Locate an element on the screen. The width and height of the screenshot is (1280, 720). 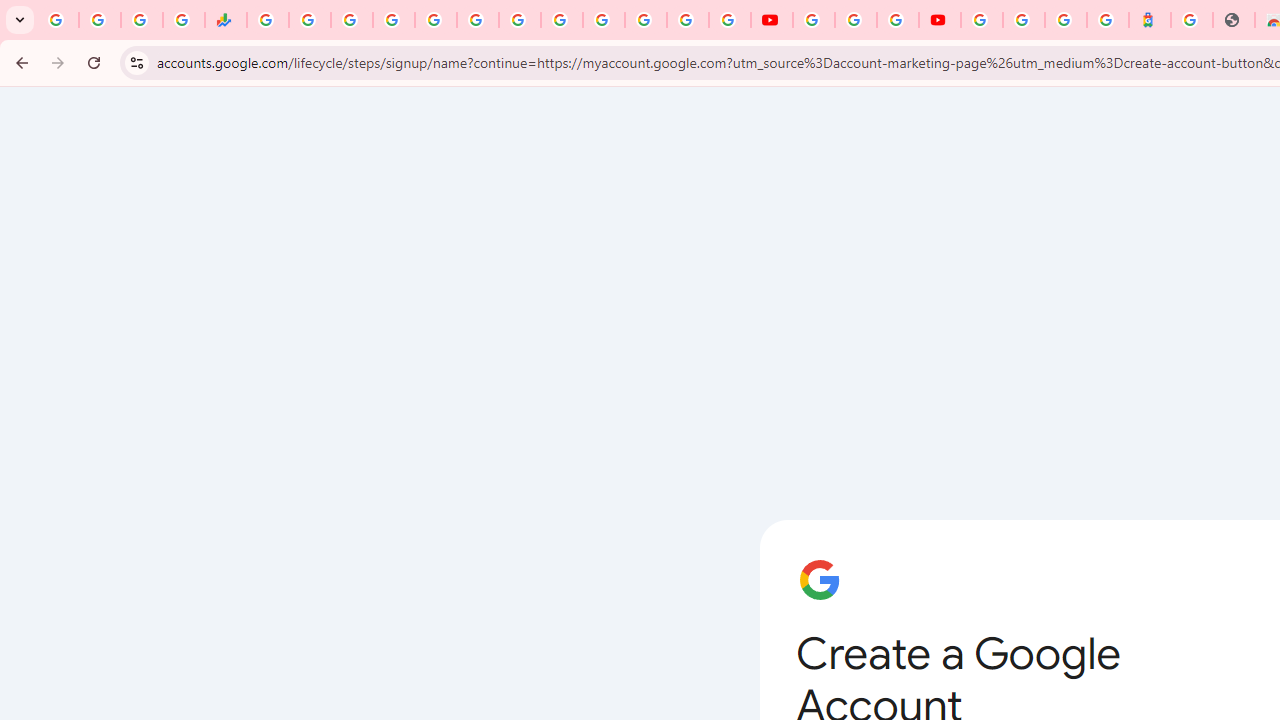
'Android TV Policies and Guidelines - Transparency Center' is located at coordinates (520, 20).